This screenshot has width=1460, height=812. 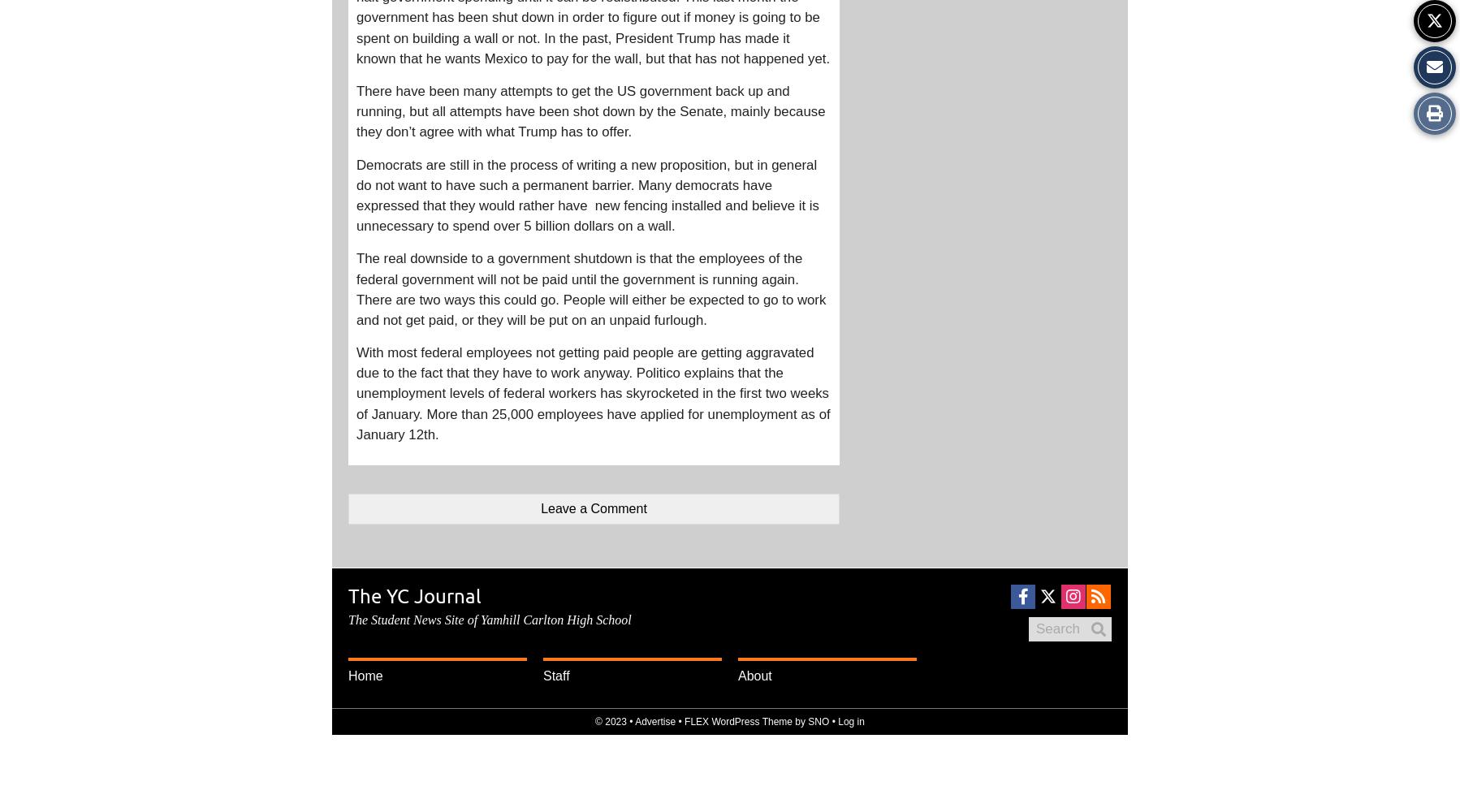 What do you see at coordinates (590, 288) in the screenshot?
I see `'The real downside to a government shutdown is that the employees of the federal government will not be paid until the government is running again. There are two ways this could go. People will either be expected to go to work and not get paid, or they will be put on an unpaid furlough.'` at bounding box center [590, 288].